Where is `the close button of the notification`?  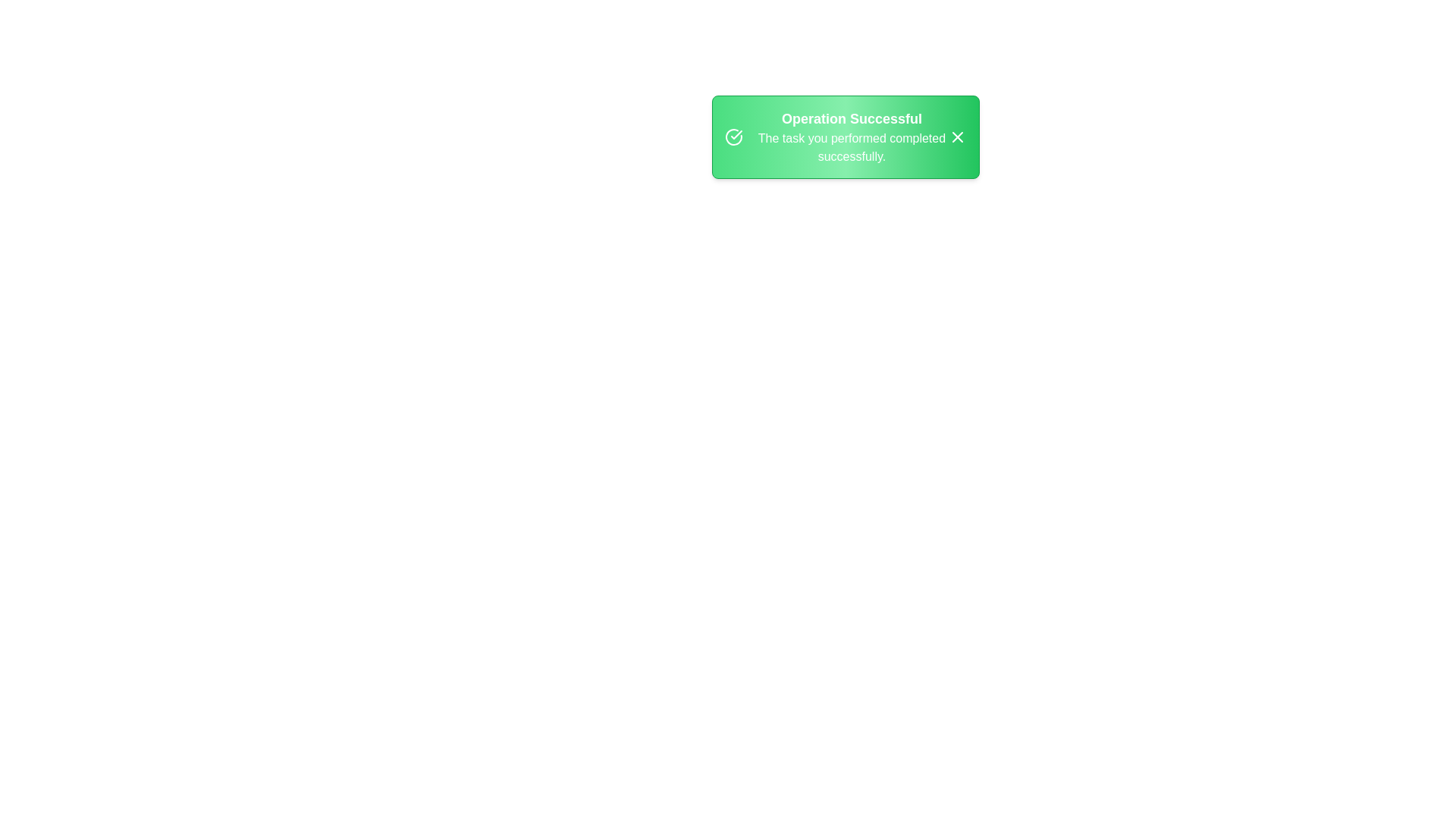 the close button of the notification is located at coordinates (956, 137).